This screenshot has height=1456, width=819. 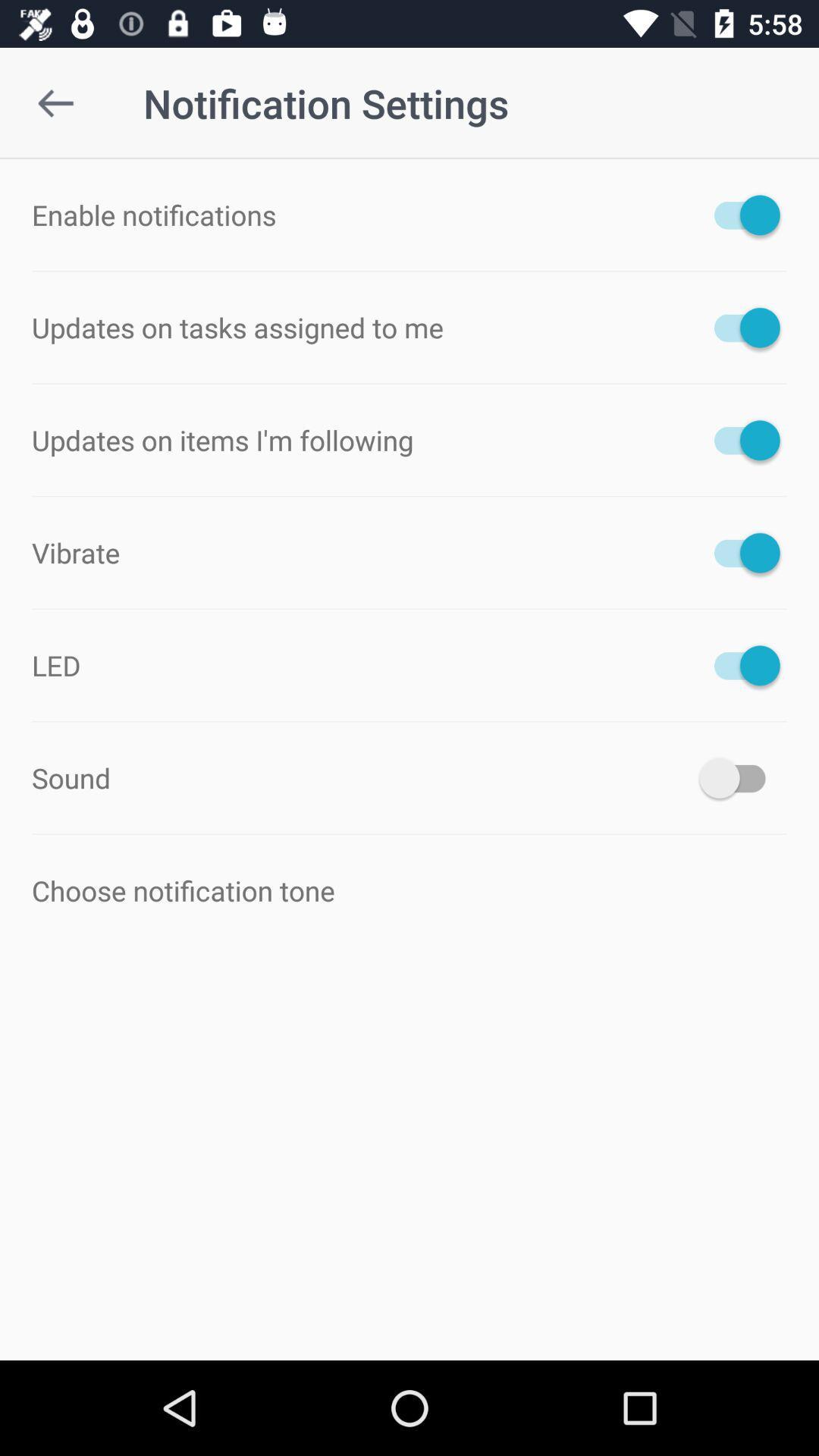 What do you see at coordinates (739, 327) in the screenshot?
I see `on/off button` at bounding box center [739, 327].